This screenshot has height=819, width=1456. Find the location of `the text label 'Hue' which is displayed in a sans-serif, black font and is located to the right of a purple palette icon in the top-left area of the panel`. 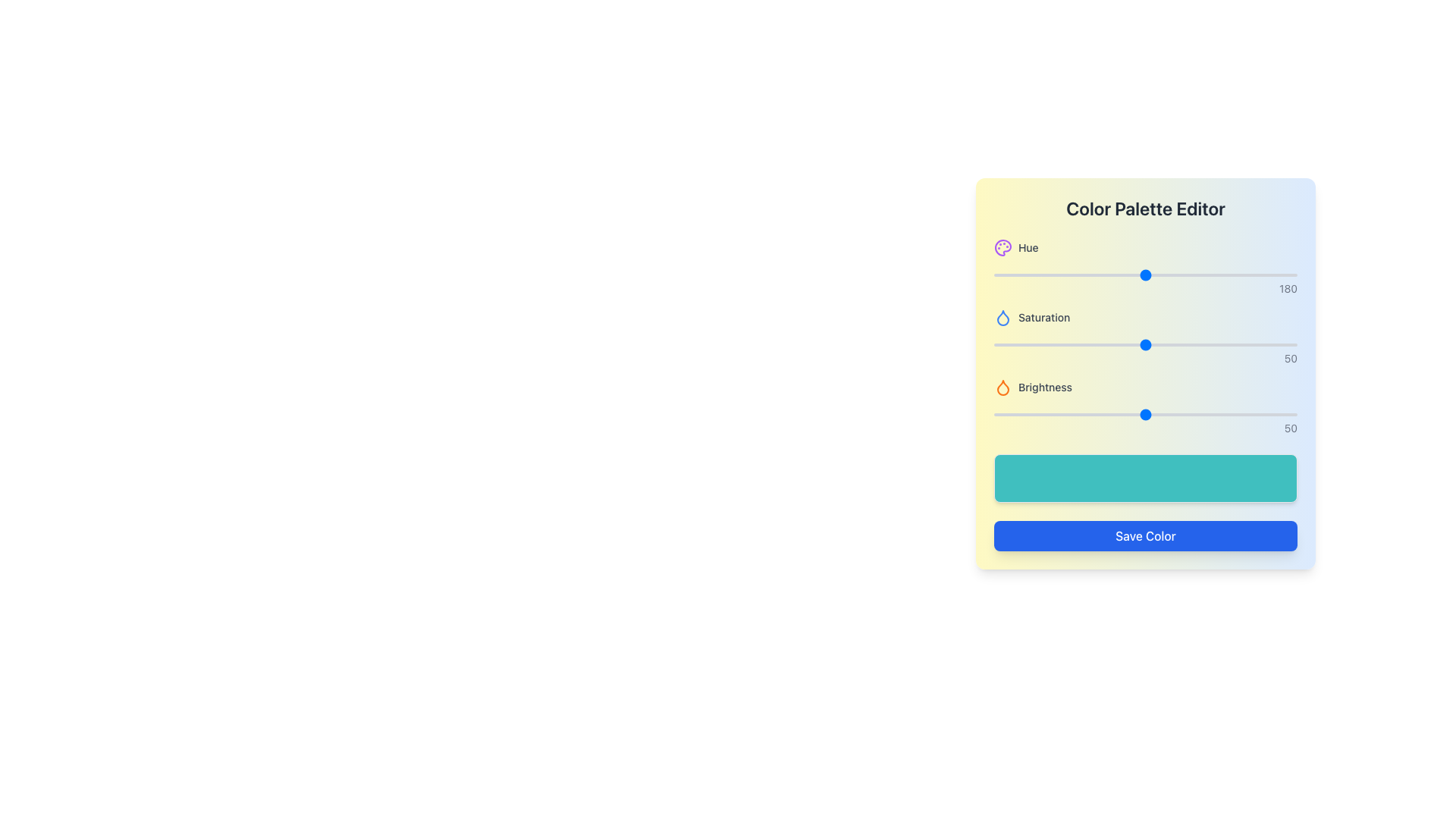

the text label 'Hue' which is displayed in a sans-serif, black font and is located to the right of a purple palette icon in the top-left area of the panel is located at coordinates (1028, 247).